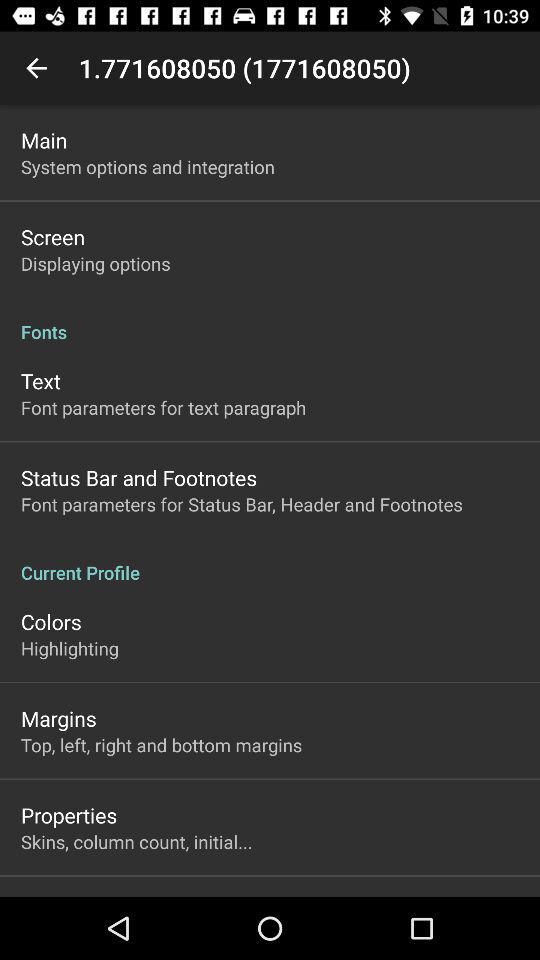 This screenshot has width=540, height=960. Describe the element at coordinates (94, 262) in the screenshot. I see `item below screen app` at that location.